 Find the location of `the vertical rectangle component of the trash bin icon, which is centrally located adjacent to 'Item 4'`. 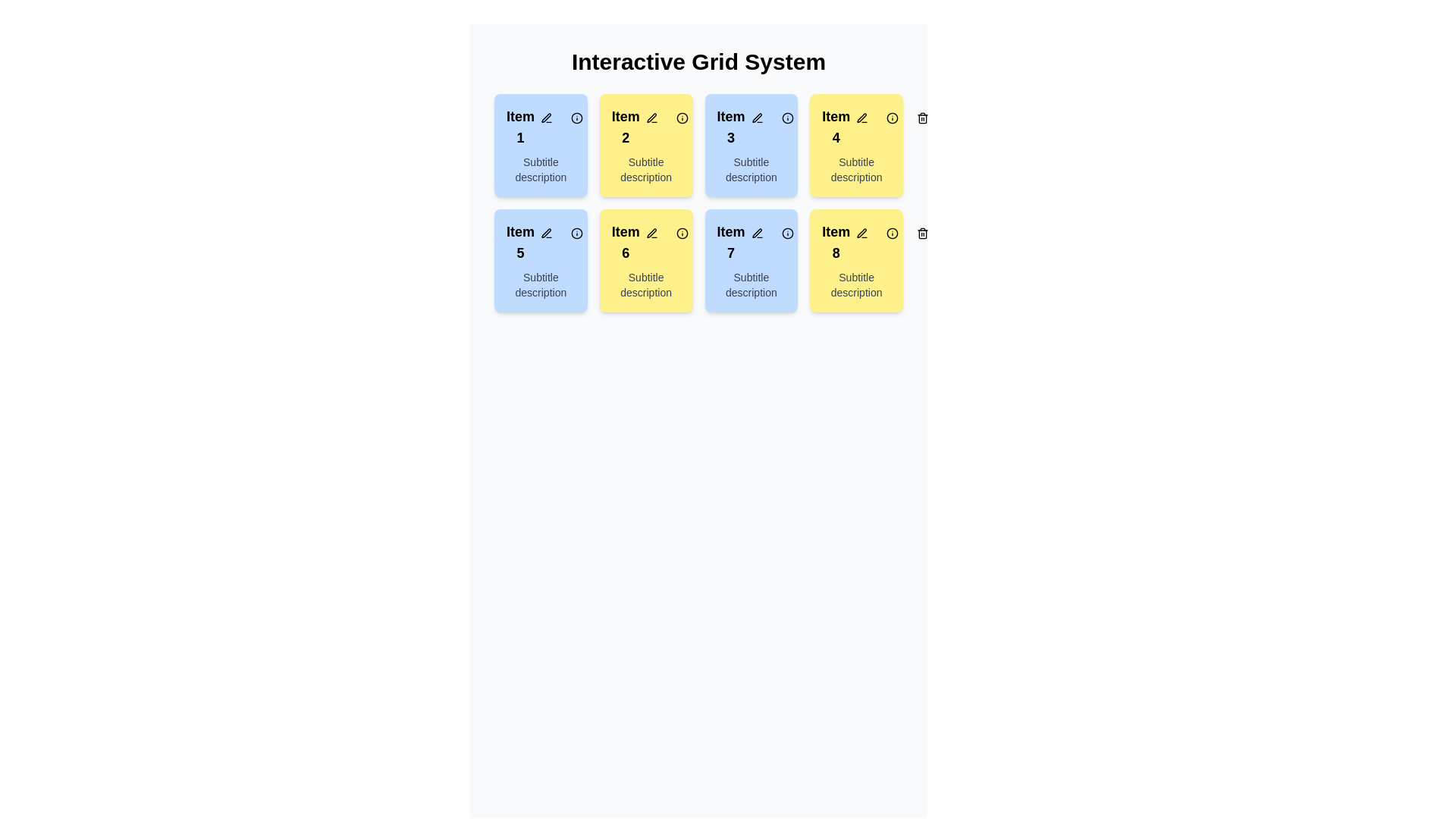

the vertical rectangle component of the trash bin icon, which is centrally located adjacent to 'Item 4' is located at coordinates (922, 118).